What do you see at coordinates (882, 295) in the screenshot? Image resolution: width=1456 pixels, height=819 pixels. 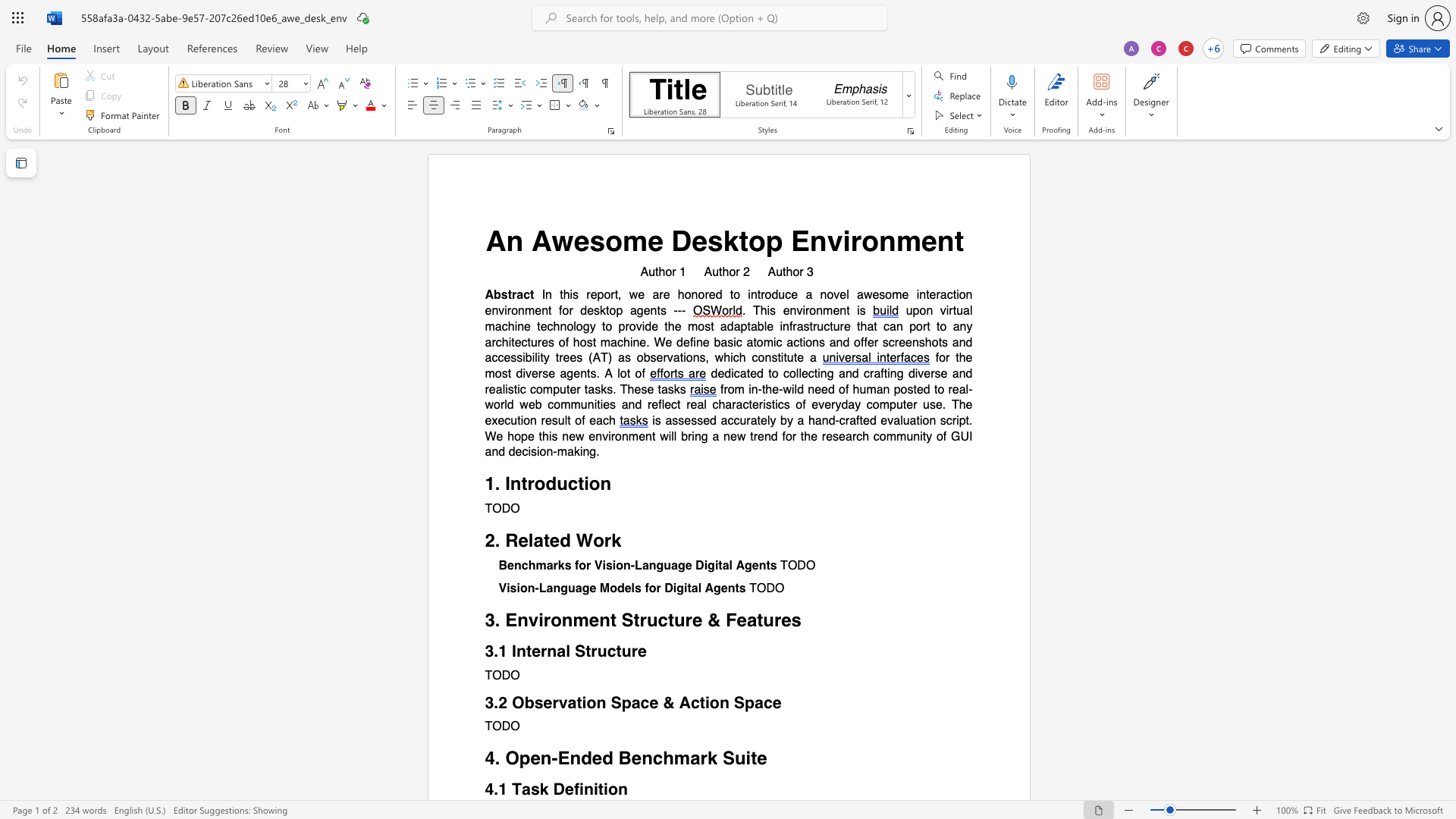 I see `the 2th character "s" in the text` at bounding box center [882, 295].